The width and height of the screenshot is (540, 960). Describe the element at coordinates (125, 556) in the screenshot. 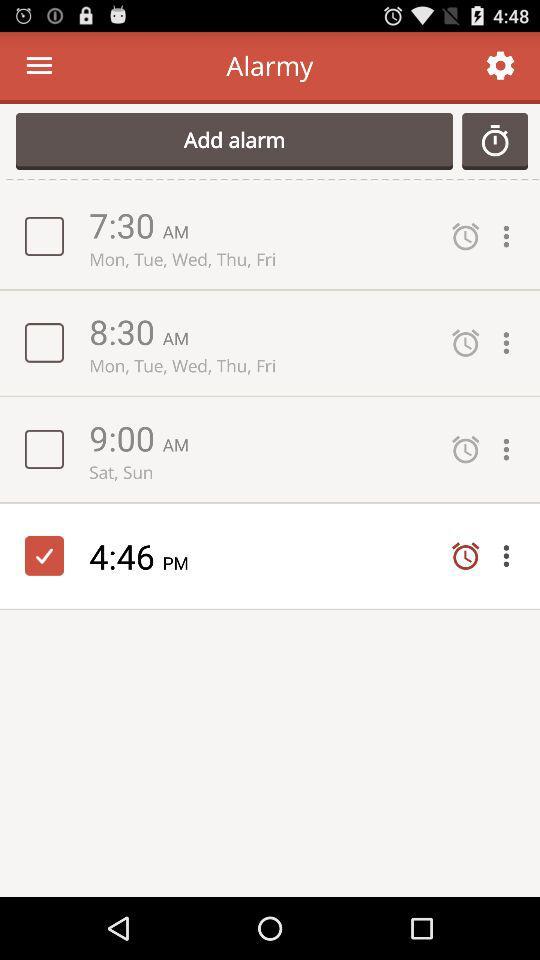

I see `icon next to the pm` at that location.